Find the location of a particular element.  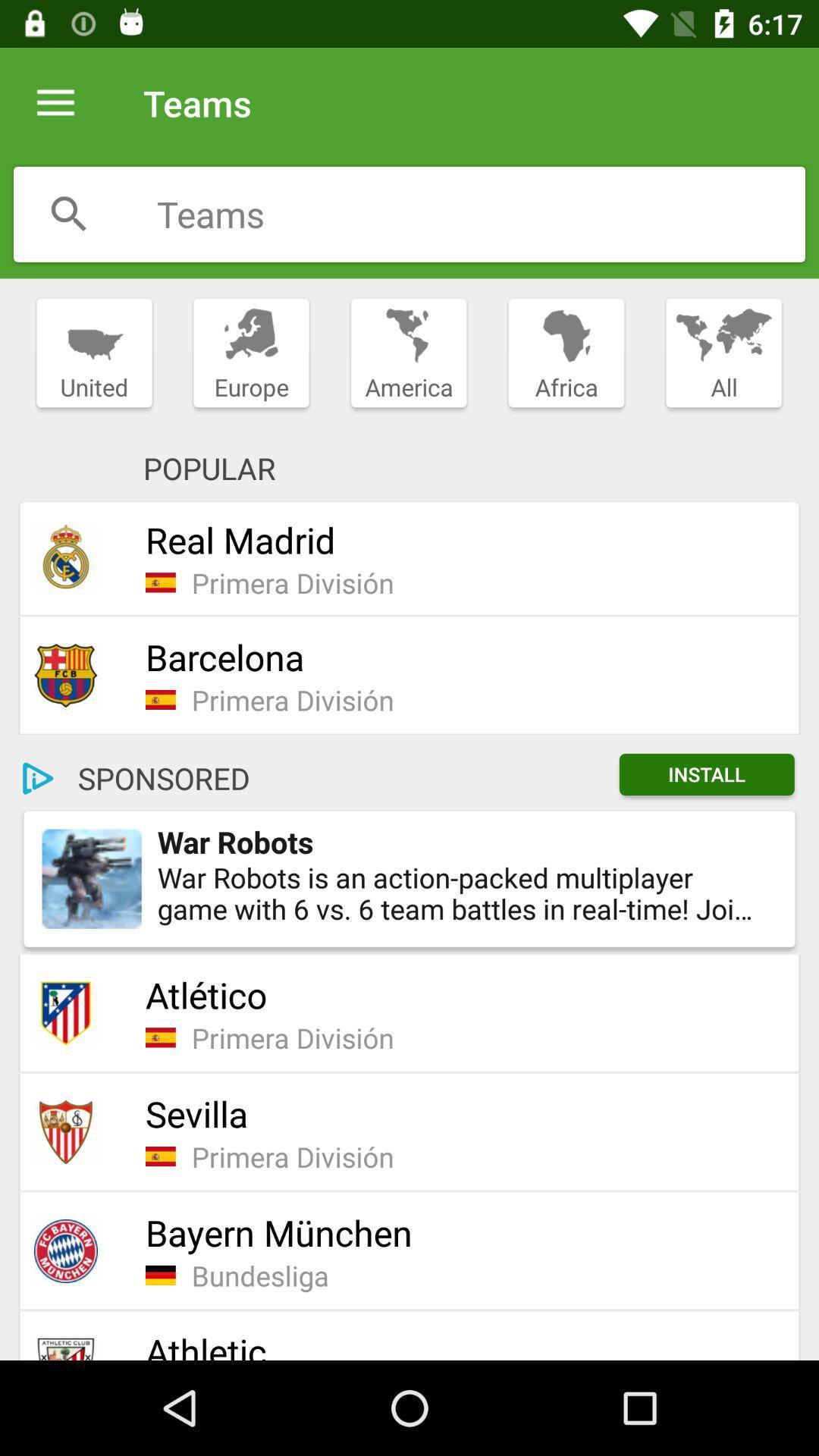

europe item is located at coordinates (250, 353).